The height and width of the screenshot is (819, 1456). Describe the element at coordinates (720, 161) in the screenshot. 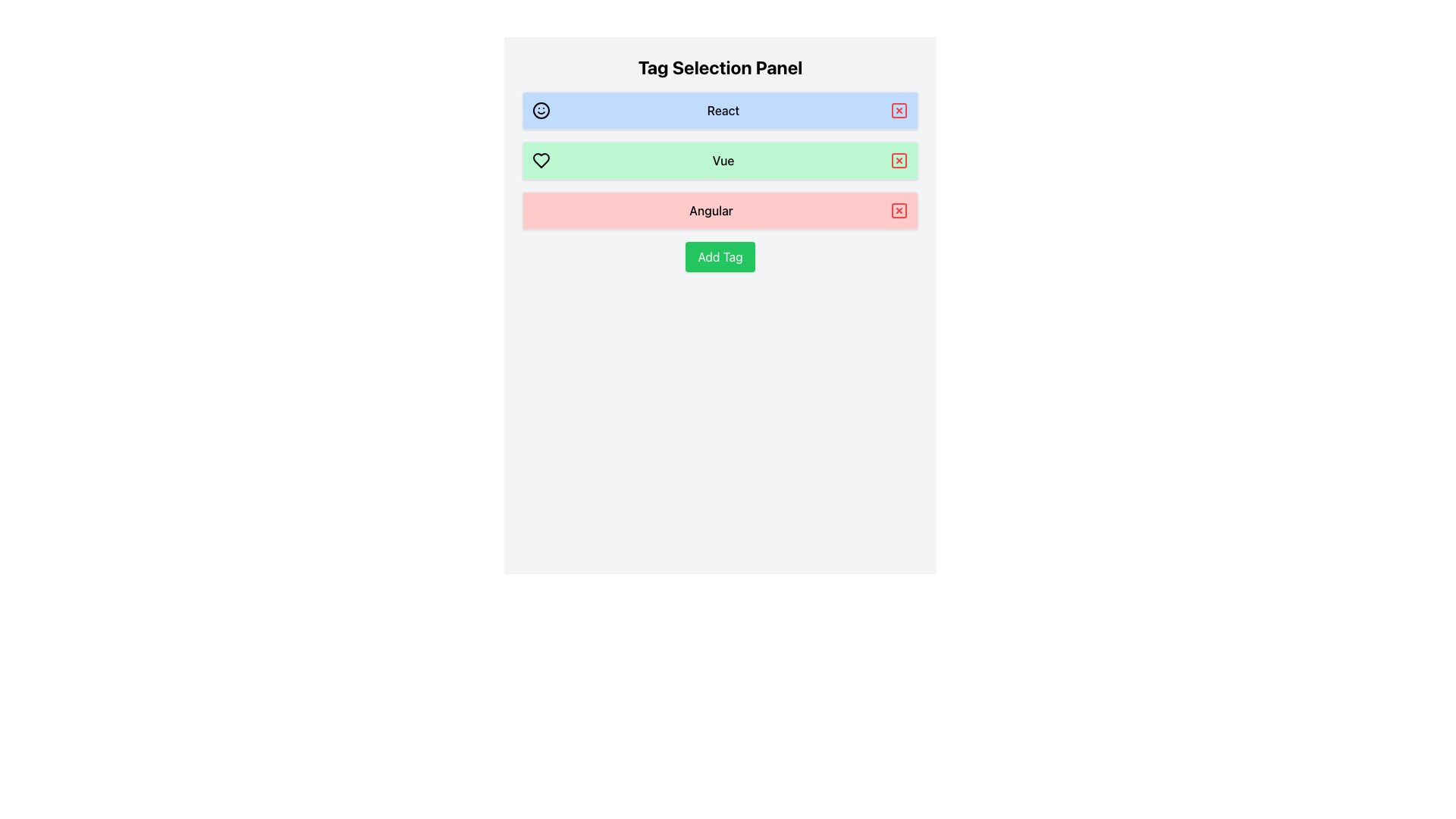

I see `the selectable tag component positioned below the blue 'React' tag and above the pink 'Angular' tag` at that location.